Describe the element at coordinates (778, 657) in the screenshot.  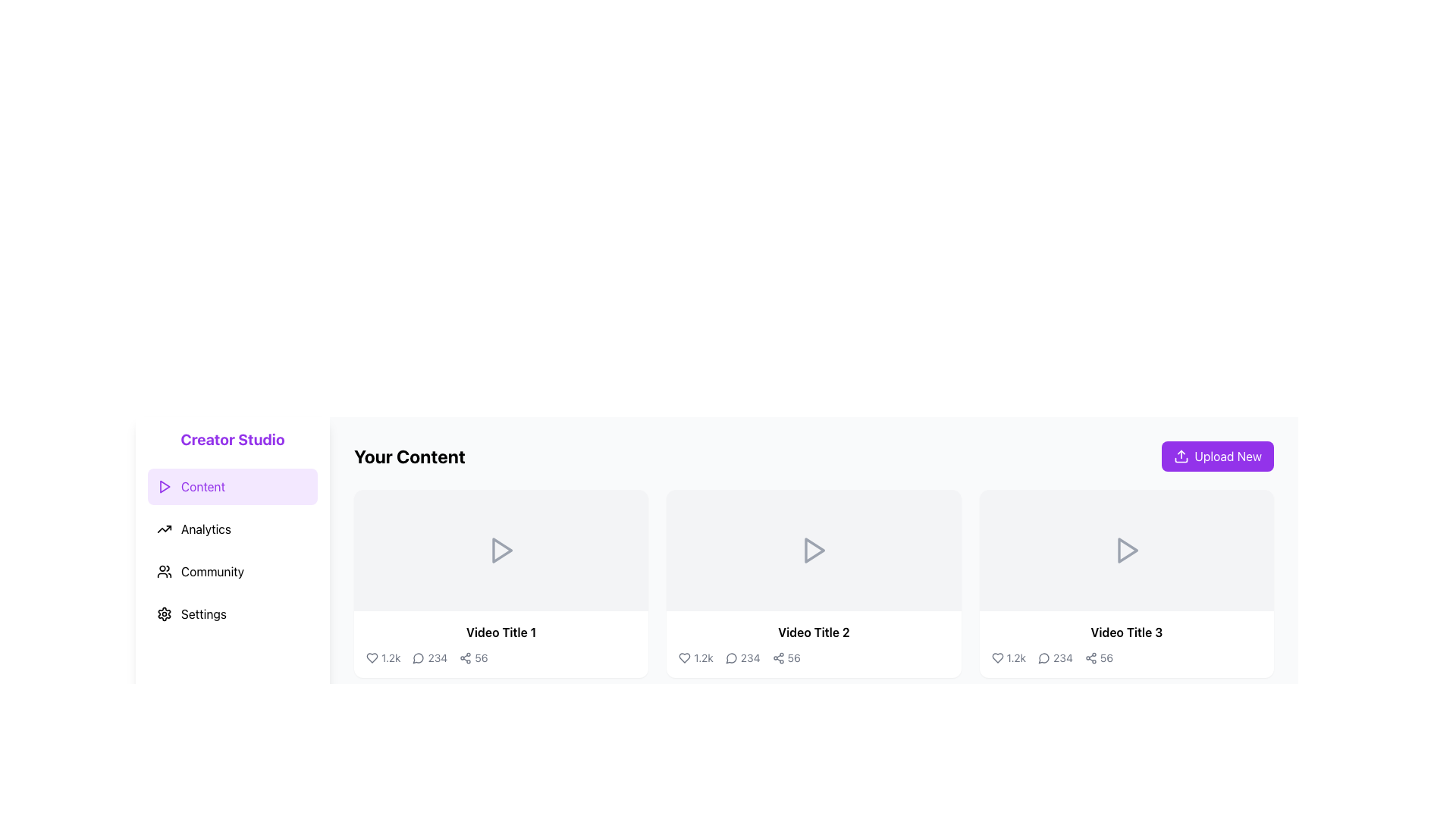
I see `the sharing icon, which features three circles connected by lines in a triangular pattern, located next to the '56' text label below 'Video Title 2' in the second content card of the 'Your Content' section` at that location.